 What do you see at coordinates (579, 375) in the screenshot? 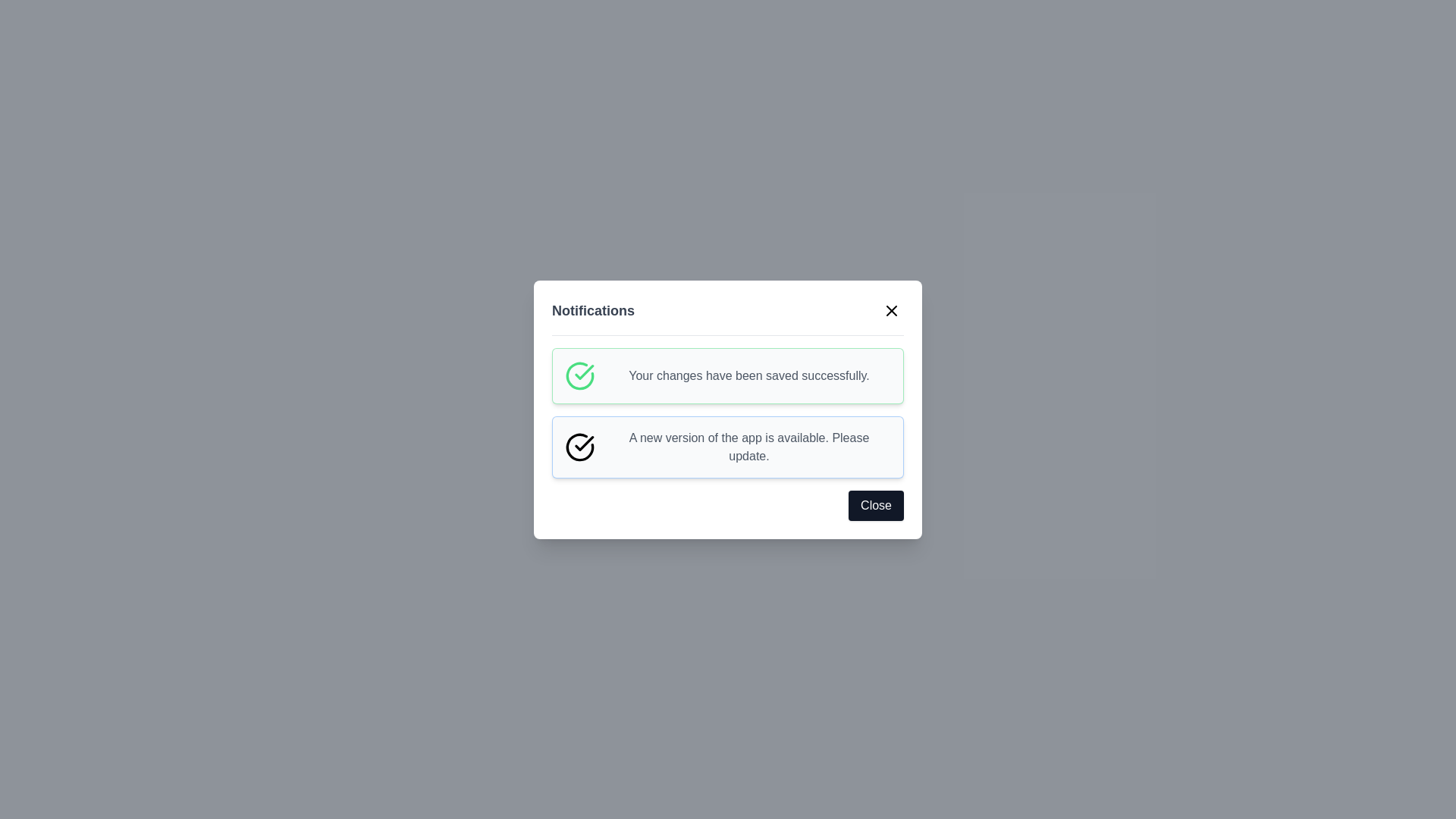
I see `the success confirmation icon located to the left of the message 'Your changes have been saved successfully' in the notification modal` at bounding box center [579, 375].